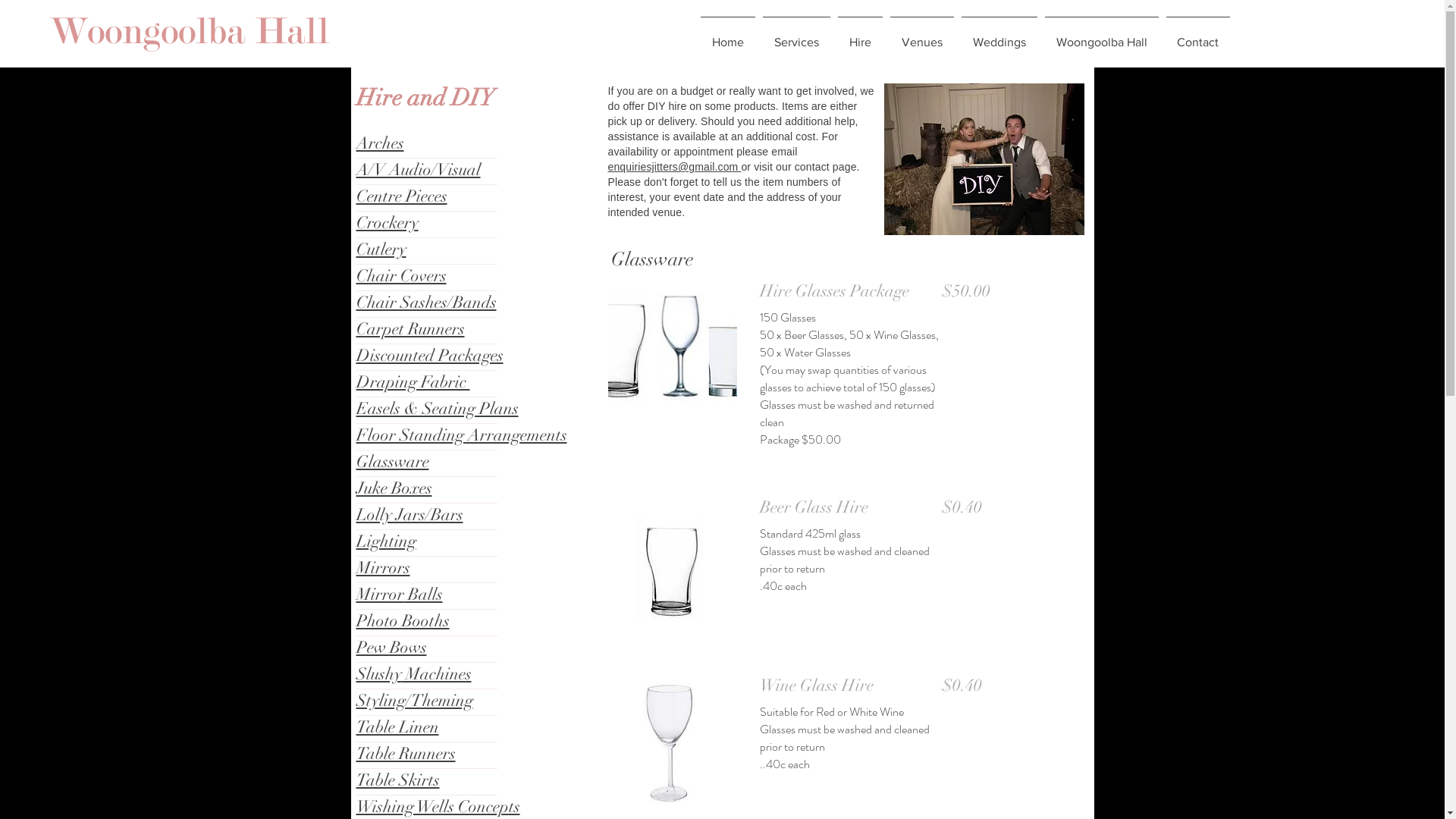  What do you see at coordinates (356, 460) in the screenshot?
I see `'Glassware'` at bounding box center [356, 460].